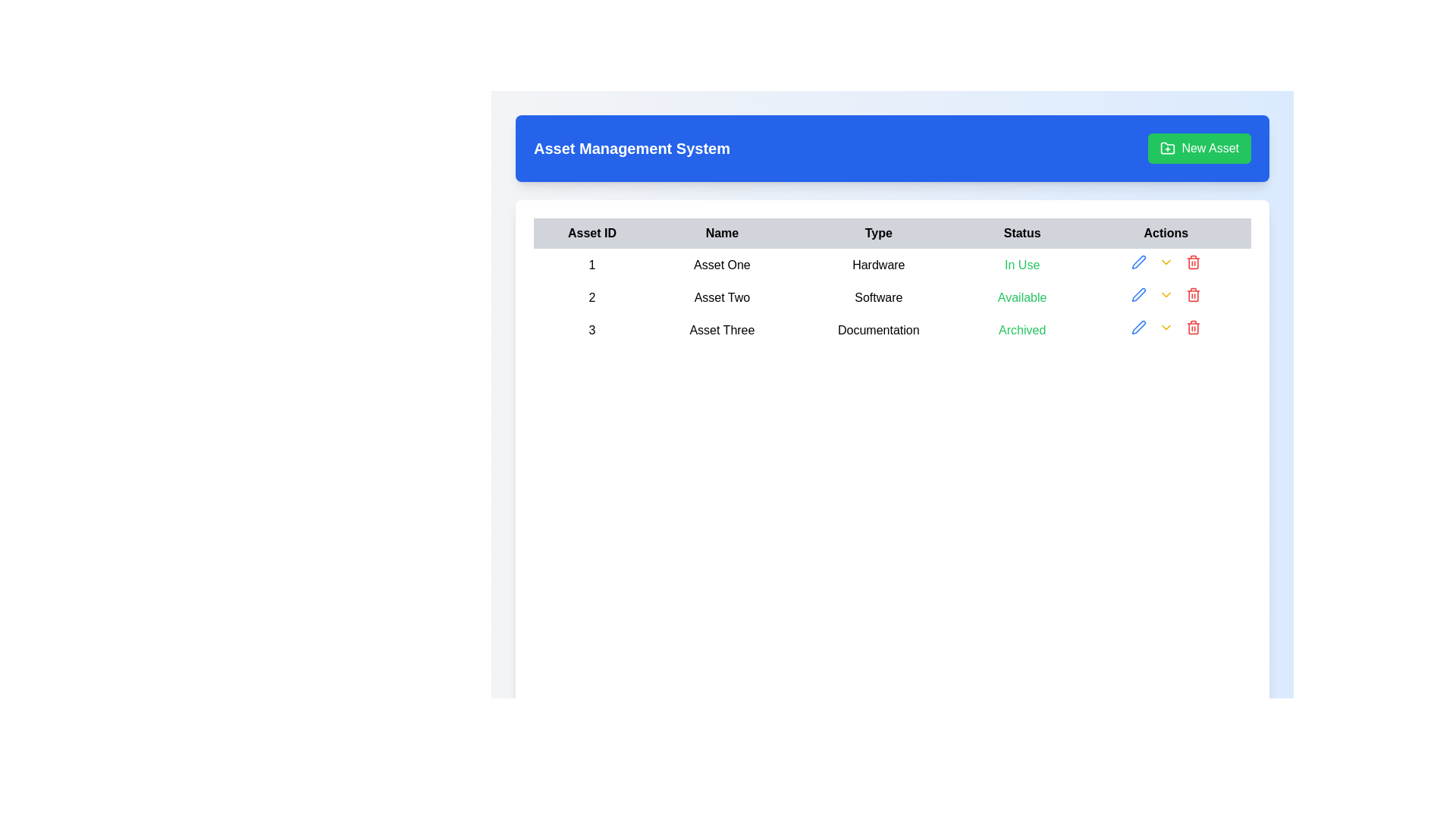  What do you see at coordinates (1138, 262) in the screenshot?
I see `the edit button located in the second row under the 'Actions' column of the tabular interface, adjacent to the status 'Available', to initiate the edit action` at bounding box center [1138, 262].